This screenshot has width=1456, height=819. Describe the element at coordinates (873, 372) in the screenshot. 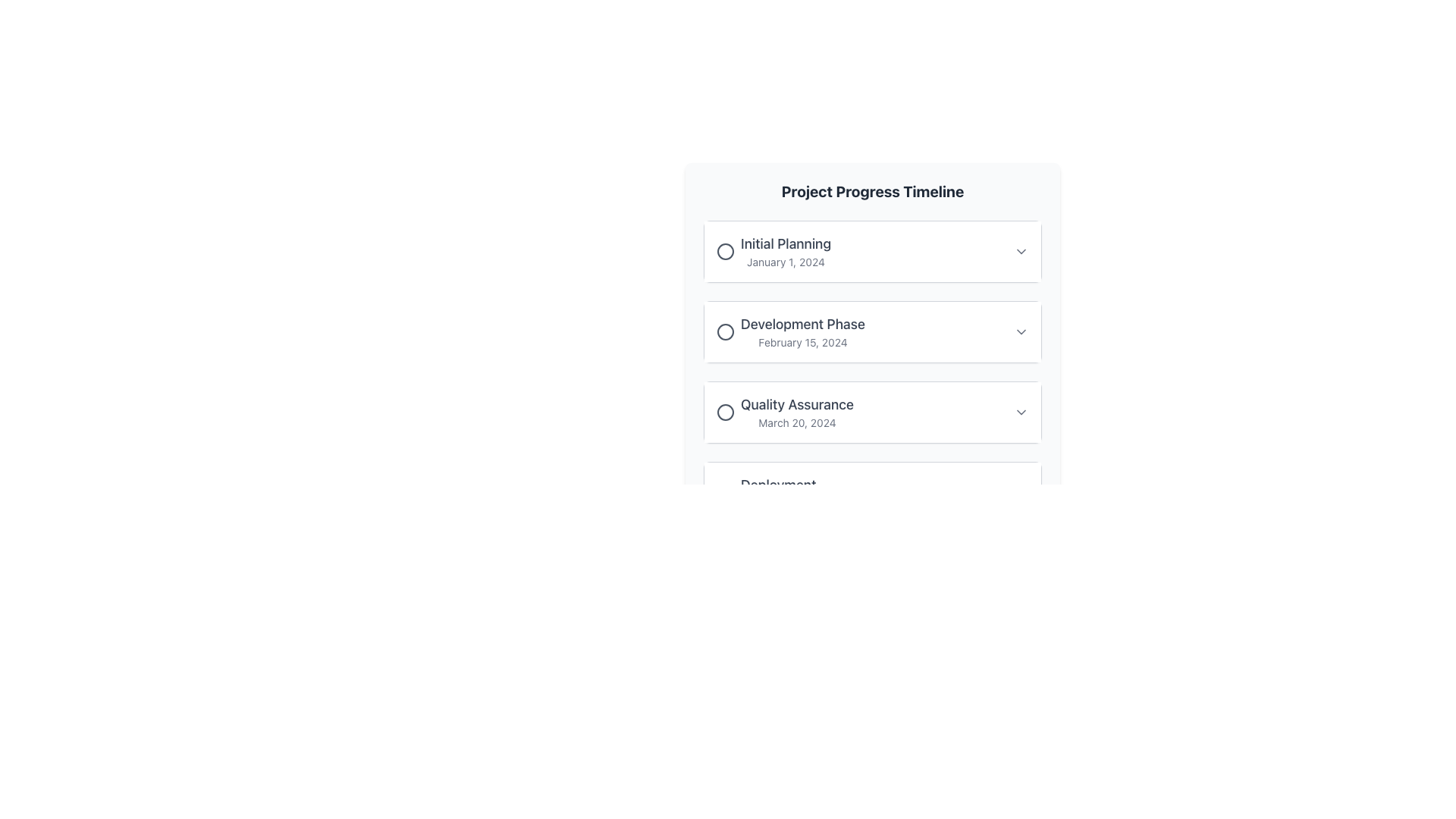

I see `the dropdown arrow of the second list item in the 'Project Progress Timeline'` at that location.